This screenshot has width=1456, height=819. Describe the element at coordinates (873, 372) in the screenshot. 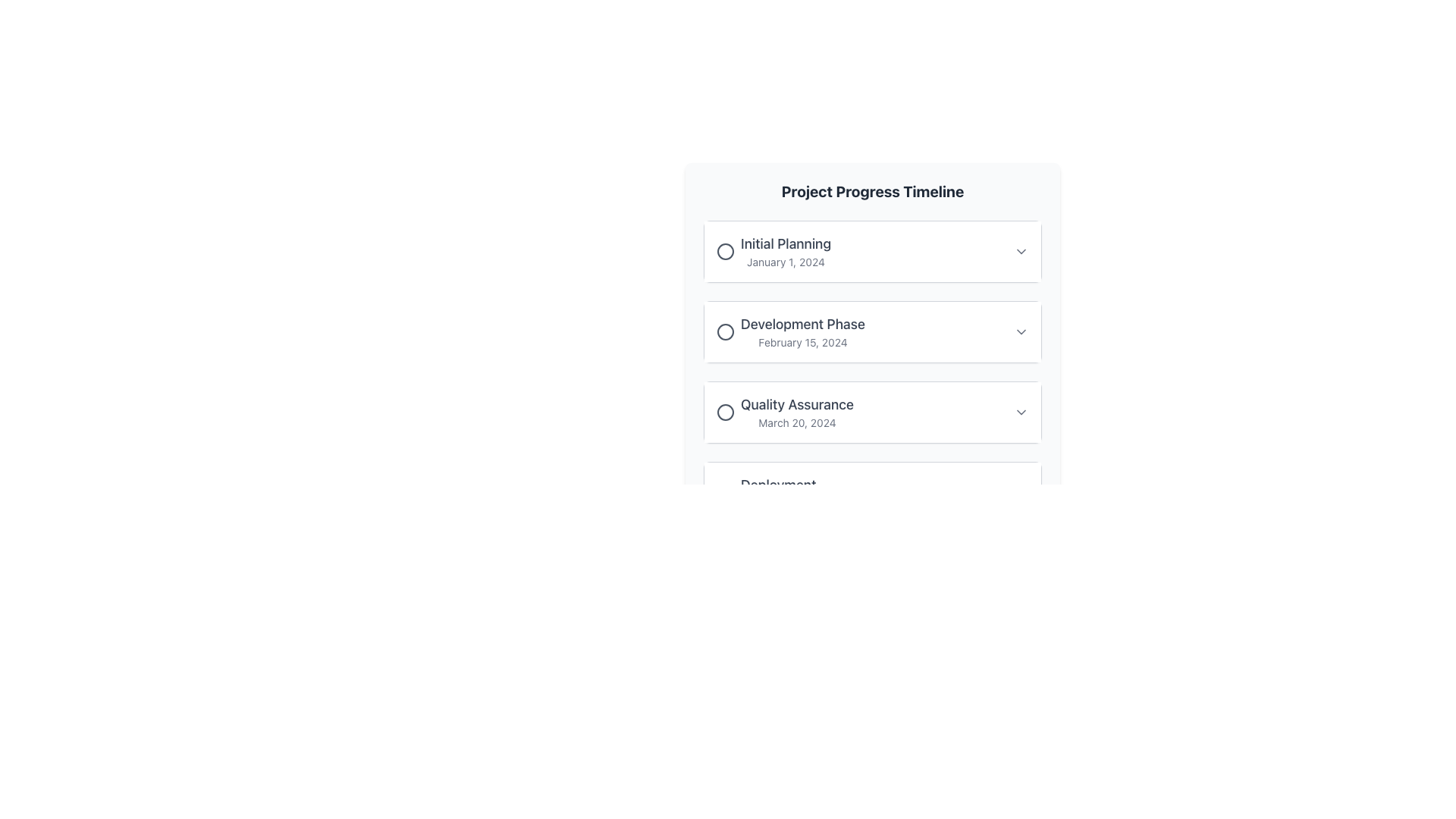

I see `the dropdown arrow of the second list item in the 'Project Progress Timeline'` at that location.